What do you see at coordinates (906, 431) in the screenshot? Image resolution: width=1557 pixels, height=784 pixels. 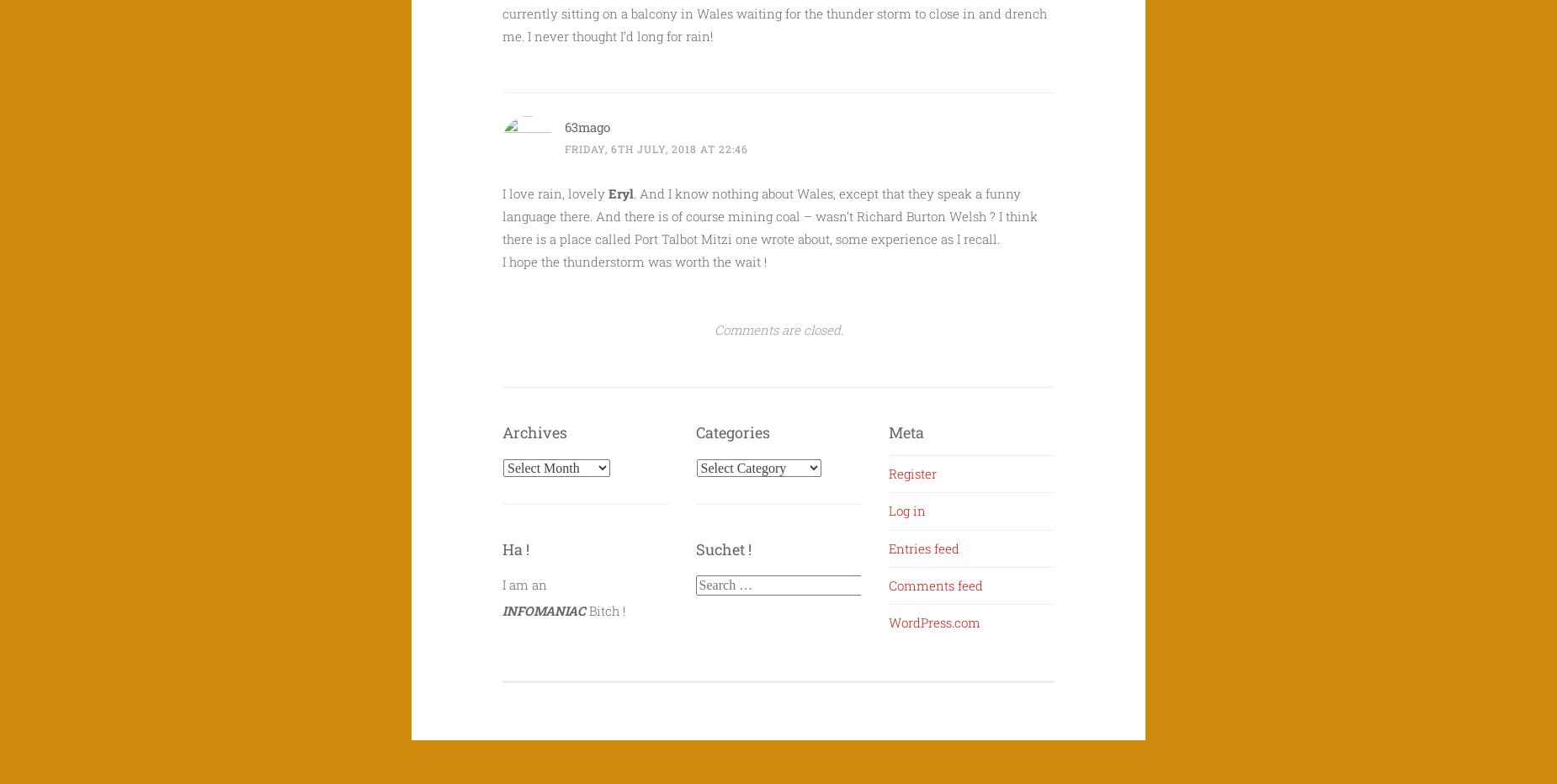 I see `'Meta'` at bounding box center [906, 431].